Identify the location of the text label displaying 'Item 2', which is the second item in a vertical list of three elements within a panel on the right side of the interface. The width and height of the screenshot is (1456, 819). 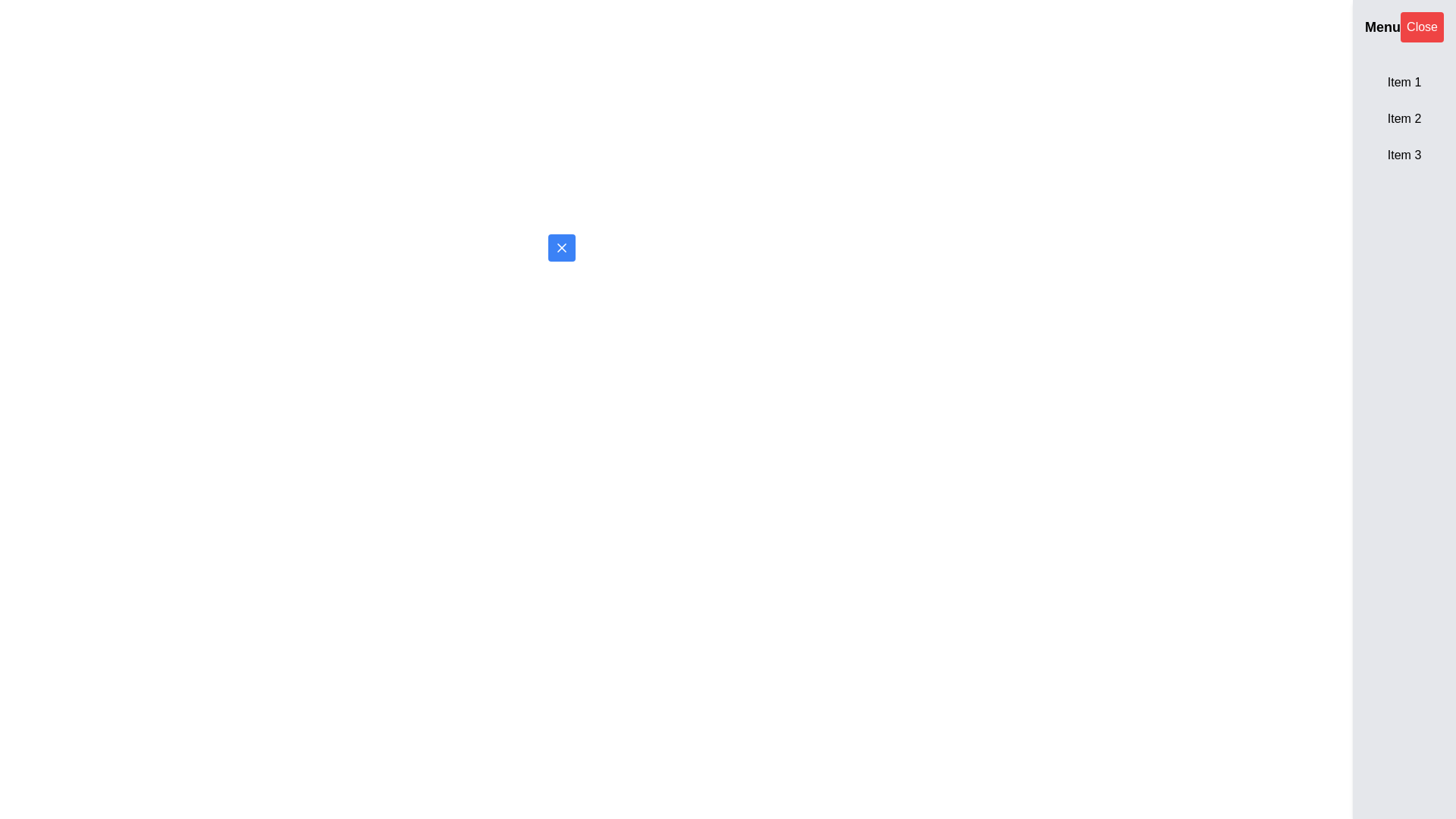
(1404, 118).